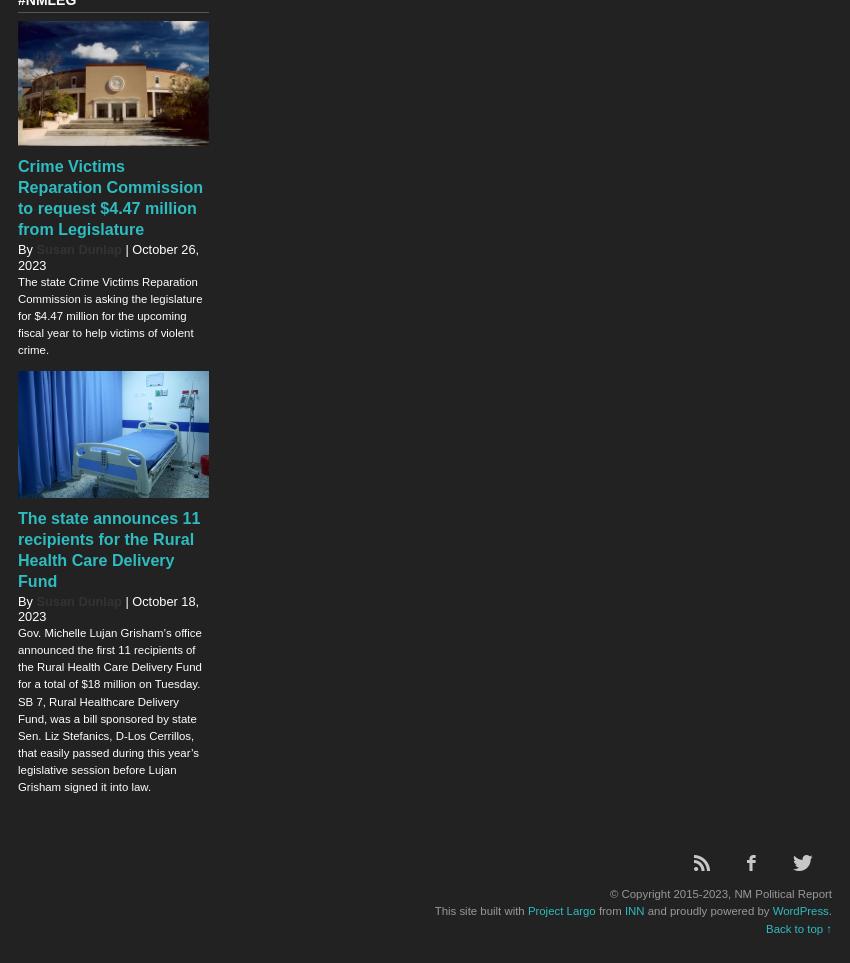 The image size is (850, 963). Describe the element at coordinates (107, 257) in the screenshot. I see `'October 26, 2023'` at that location.